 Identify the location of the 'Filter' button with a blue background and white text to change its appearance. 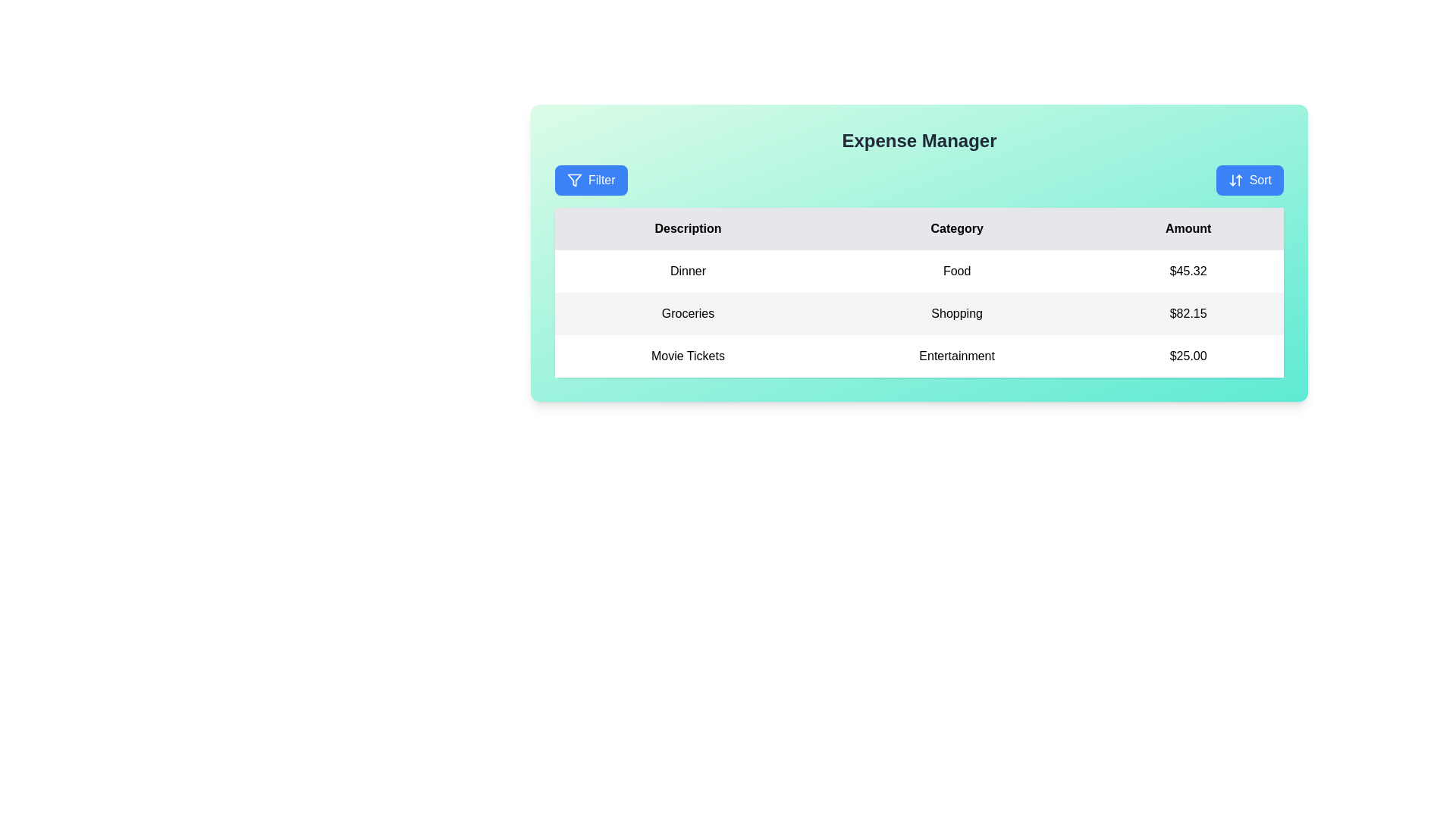
(590, 180).